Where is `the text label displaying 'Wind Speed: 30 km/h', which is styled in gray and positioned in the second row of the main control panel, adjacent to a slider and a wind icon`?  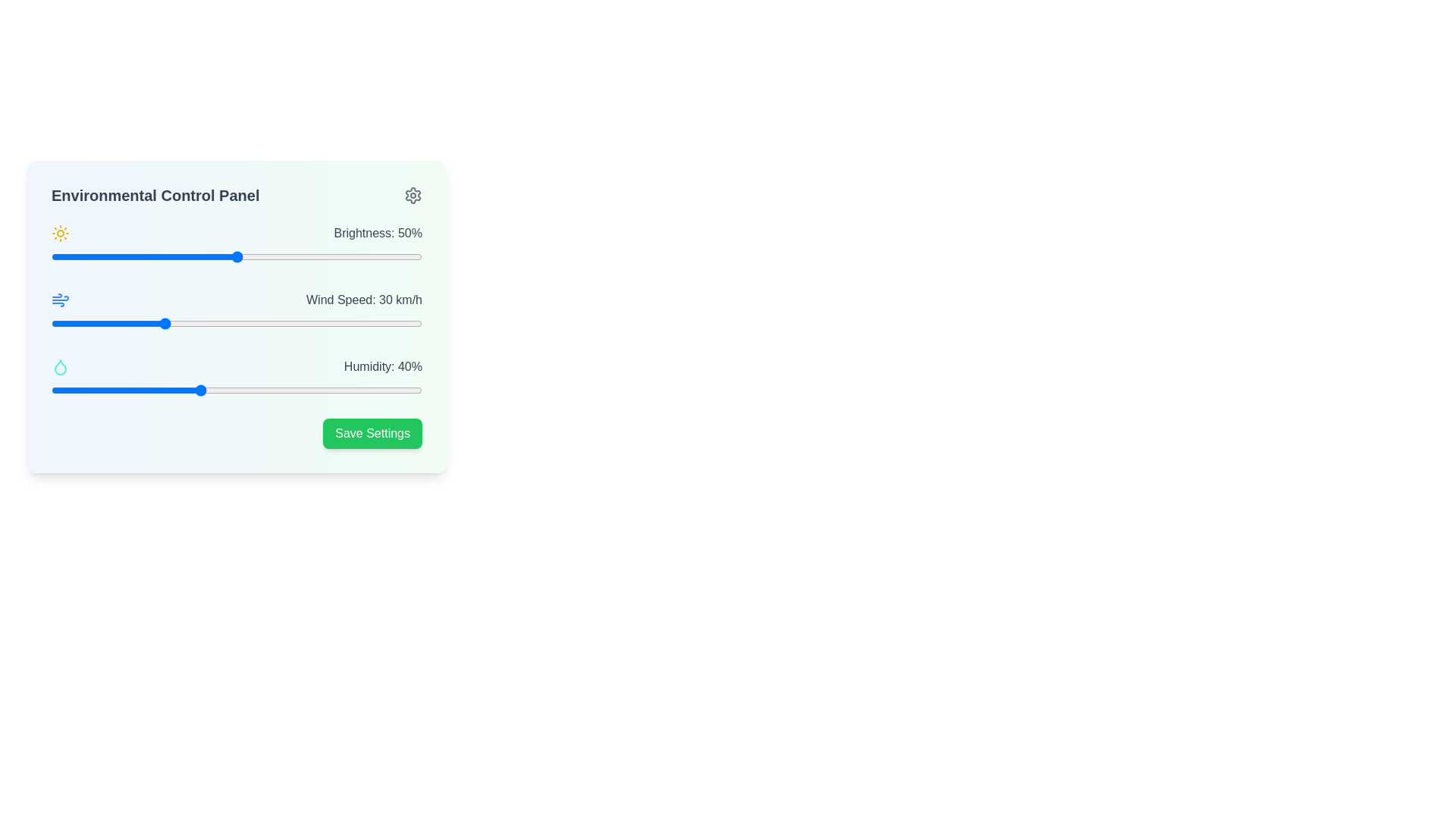 the text label displaying 'Wind Speed: 30 km/h', which is styled in gray and positioned in the second row of the main control panel, adjacent to a slider and a wind icon is located at coordinates (364, 300).